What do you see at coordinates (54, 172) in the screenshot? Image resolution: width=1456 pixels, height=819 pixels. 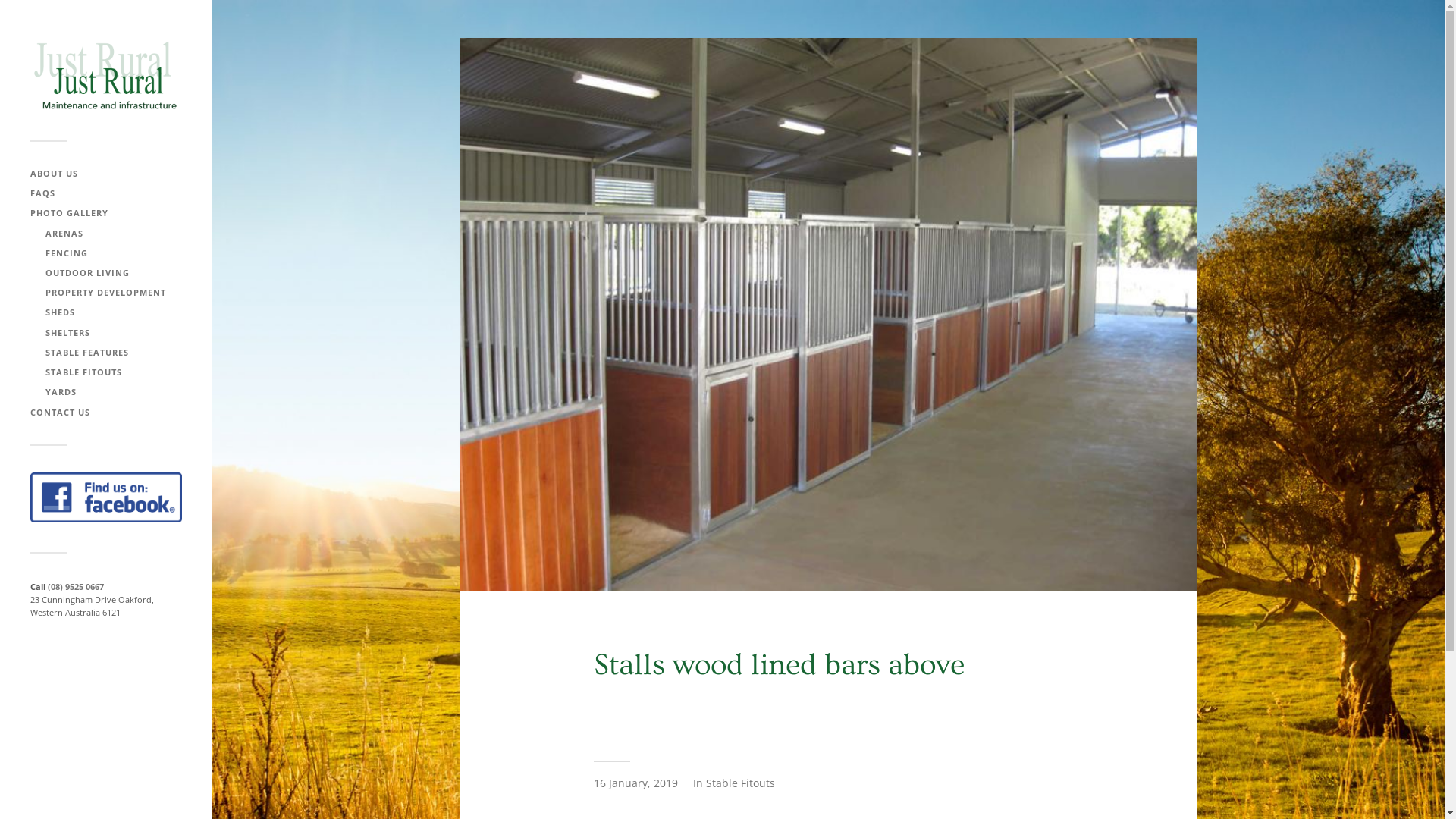 I see `'ABOUT US'` at bounding box center [54, 172].